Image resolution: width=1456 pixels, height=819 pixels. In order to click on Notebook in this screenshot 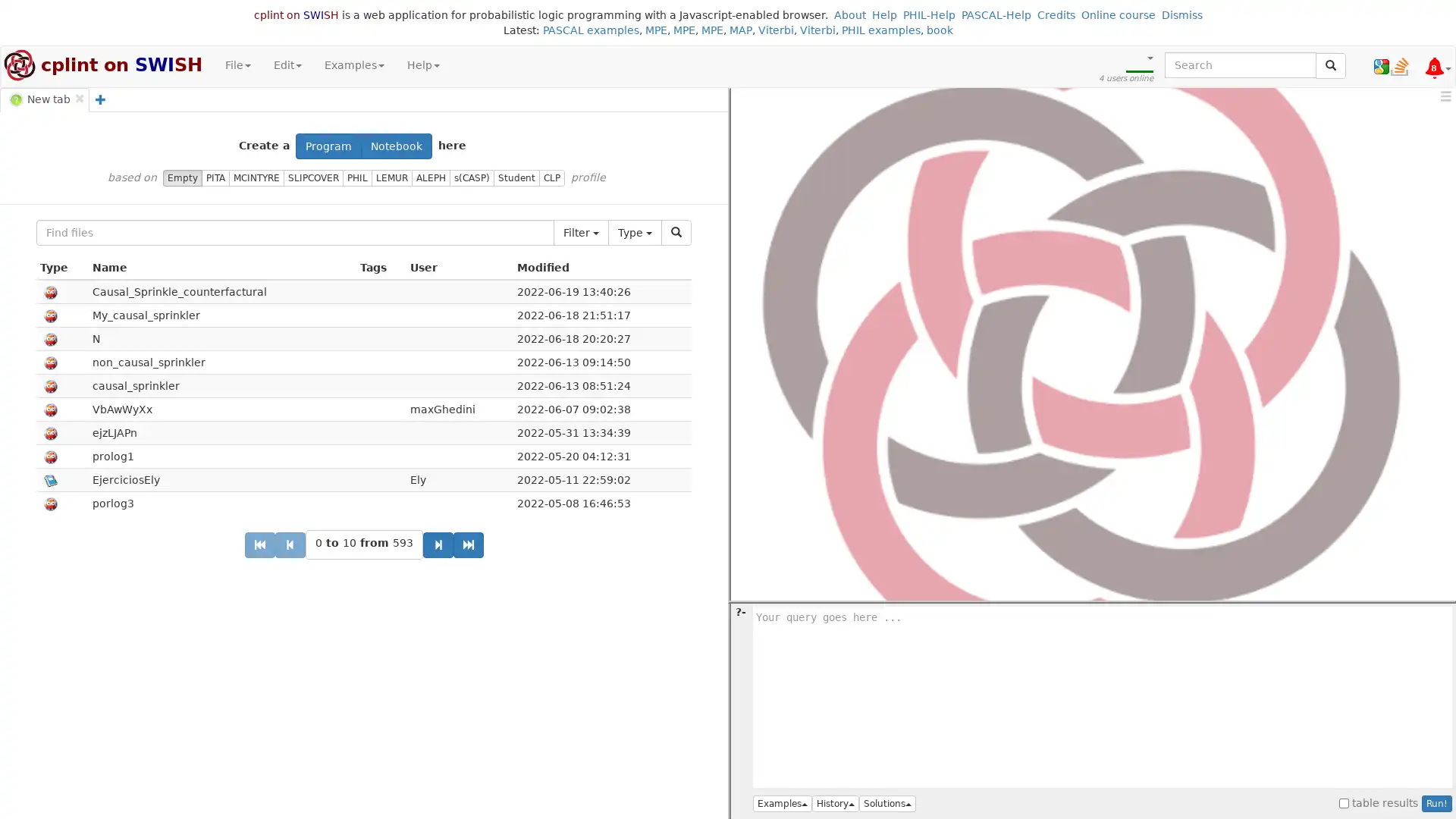, I will do `click(397, 146)`.